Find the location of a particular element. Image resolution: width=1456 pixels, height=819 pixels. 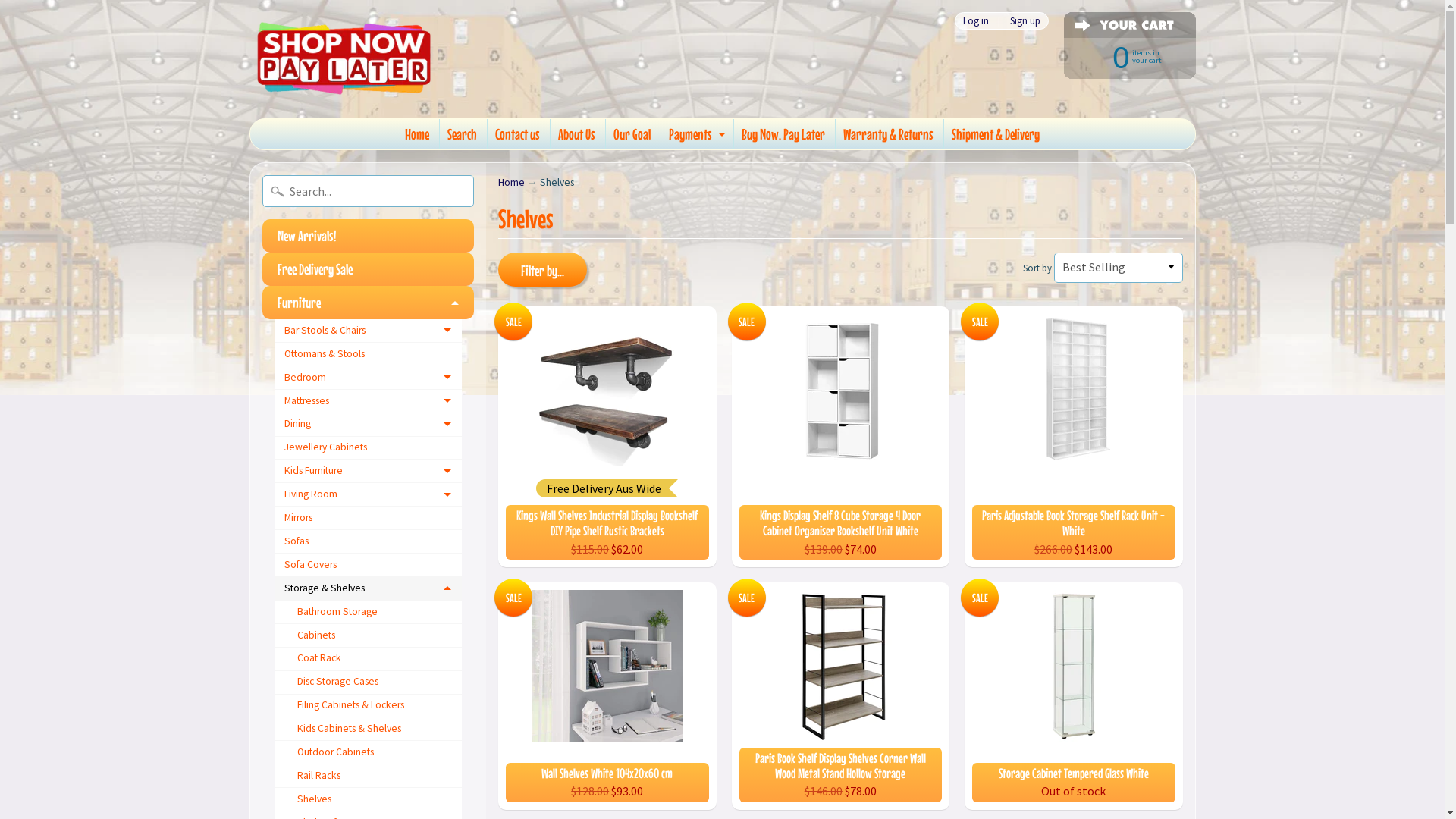

'Sofas' is located at coordinates (368, 541).